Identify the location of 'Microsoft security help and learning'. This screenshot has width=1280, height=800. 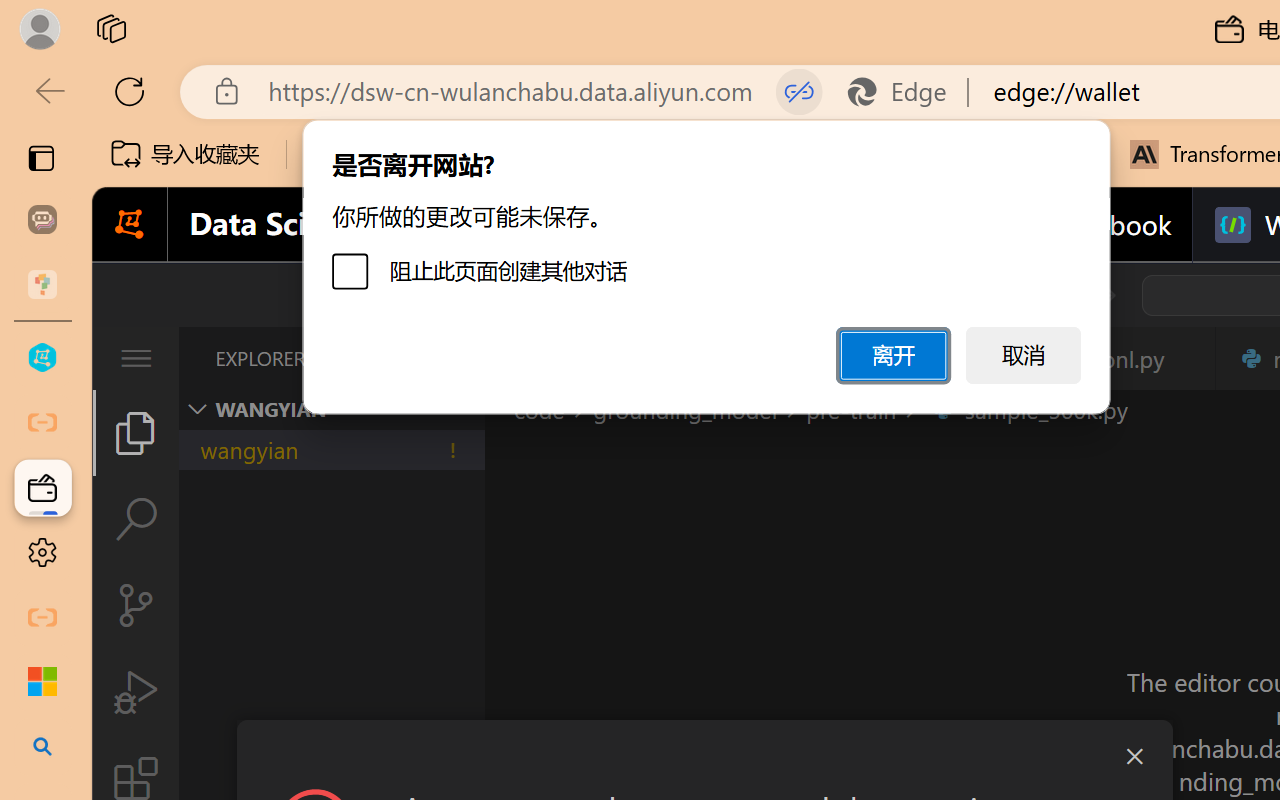
(42, 682).